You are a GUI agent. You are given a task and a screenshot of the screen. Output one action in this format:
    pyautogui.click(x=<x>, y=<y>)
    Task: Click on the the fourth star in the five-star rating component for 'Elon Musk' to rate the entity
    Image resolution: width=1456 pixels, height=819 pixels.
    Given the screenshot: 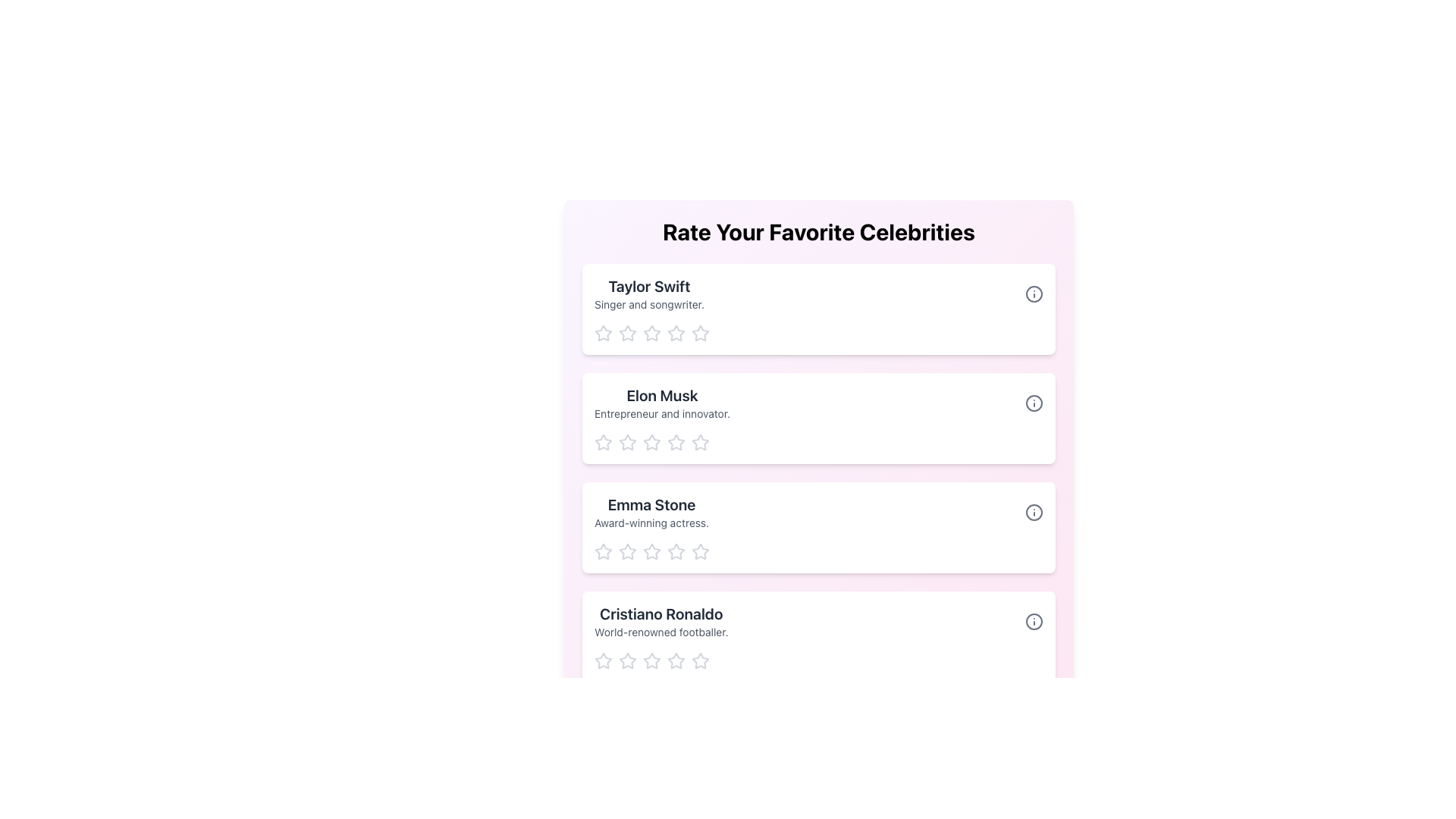 What is the action you would take?
    pyautogui.click(x=676, y=442)
    